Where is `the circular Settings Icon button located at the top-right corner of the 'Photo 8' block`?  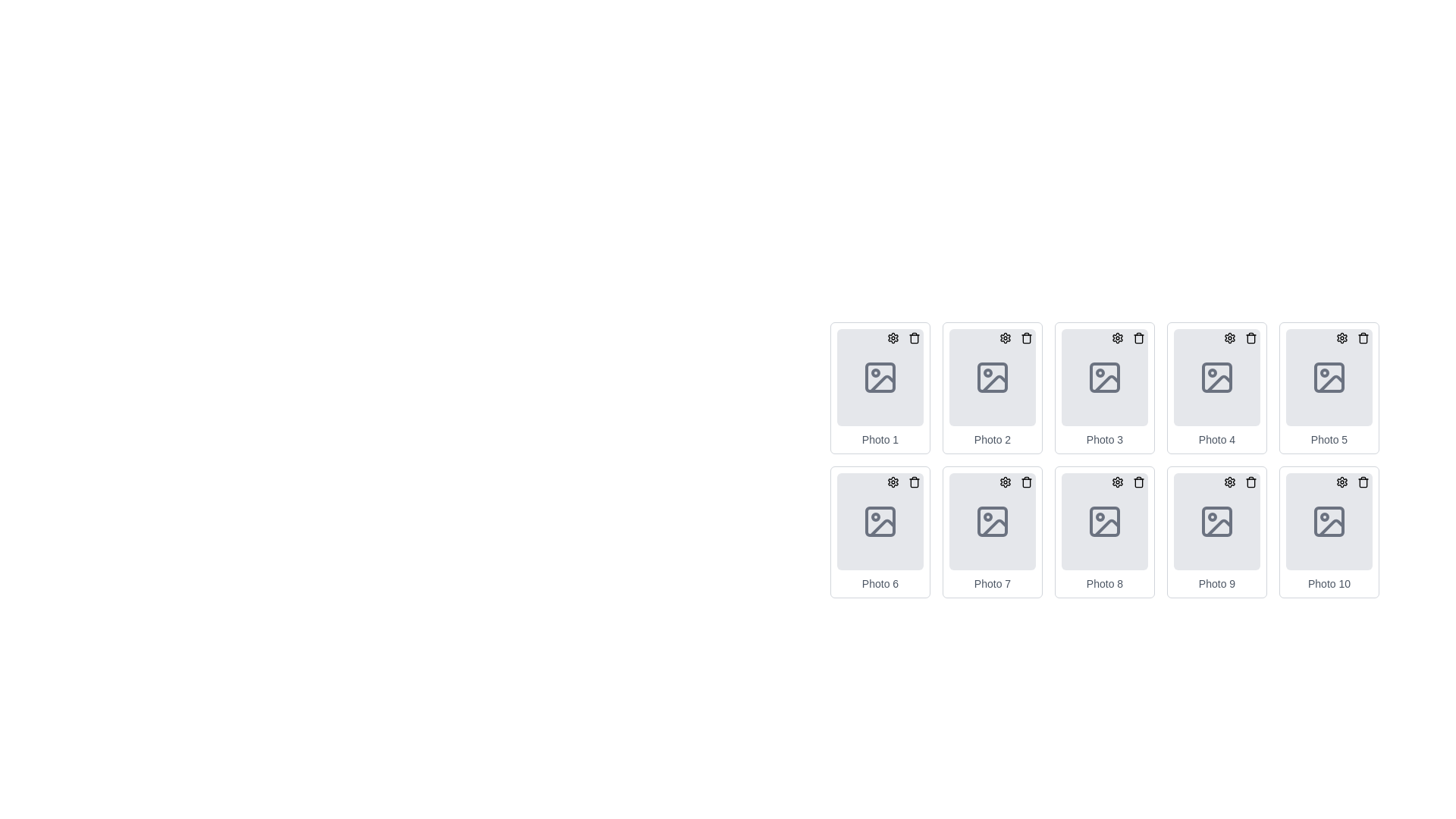 the circular Settings Icon button located at the top-right corner of the 'Photo 8' block is located at coordinates (1117, 482).